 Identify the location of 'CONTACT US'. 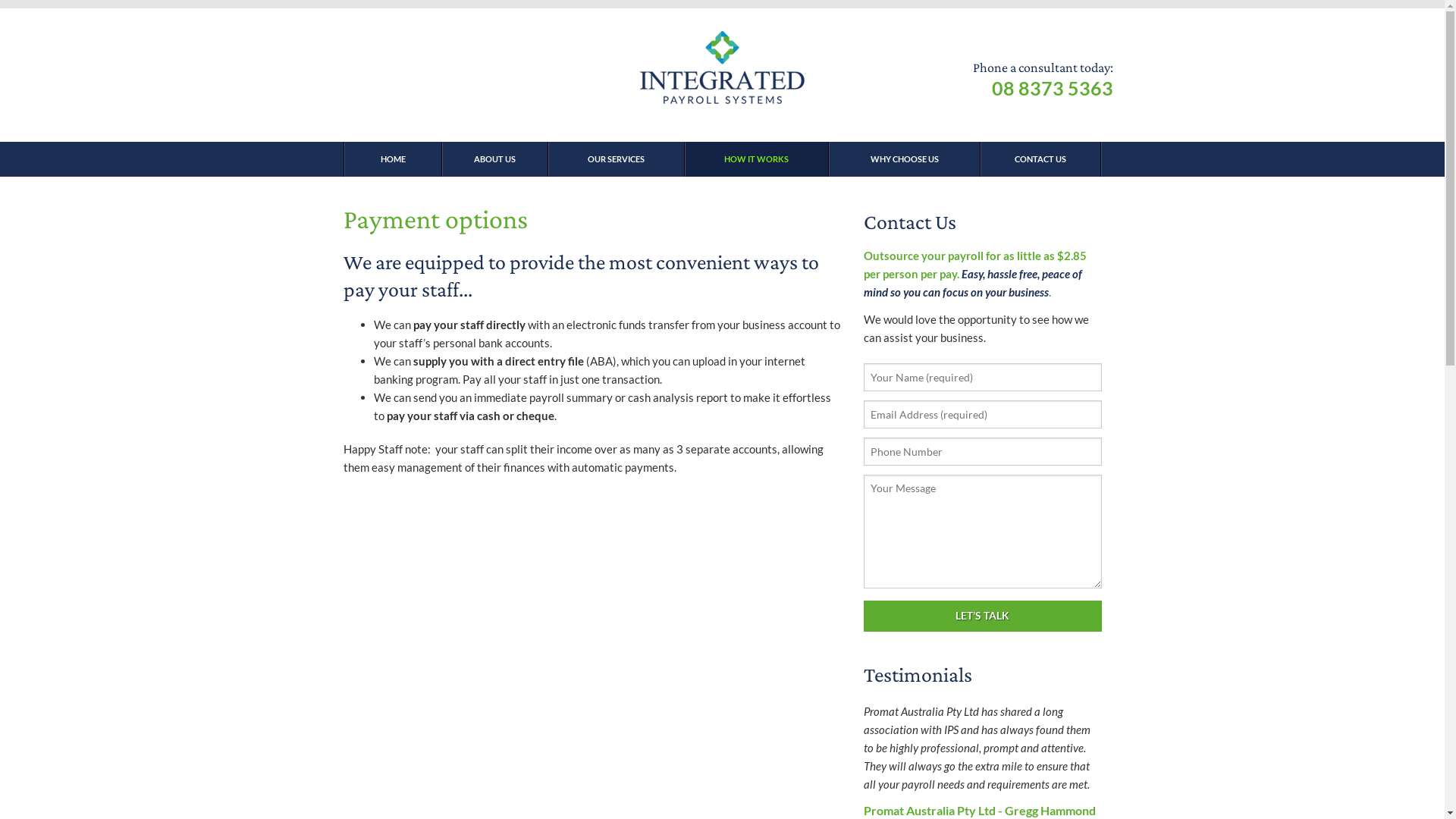
(1040, 158).